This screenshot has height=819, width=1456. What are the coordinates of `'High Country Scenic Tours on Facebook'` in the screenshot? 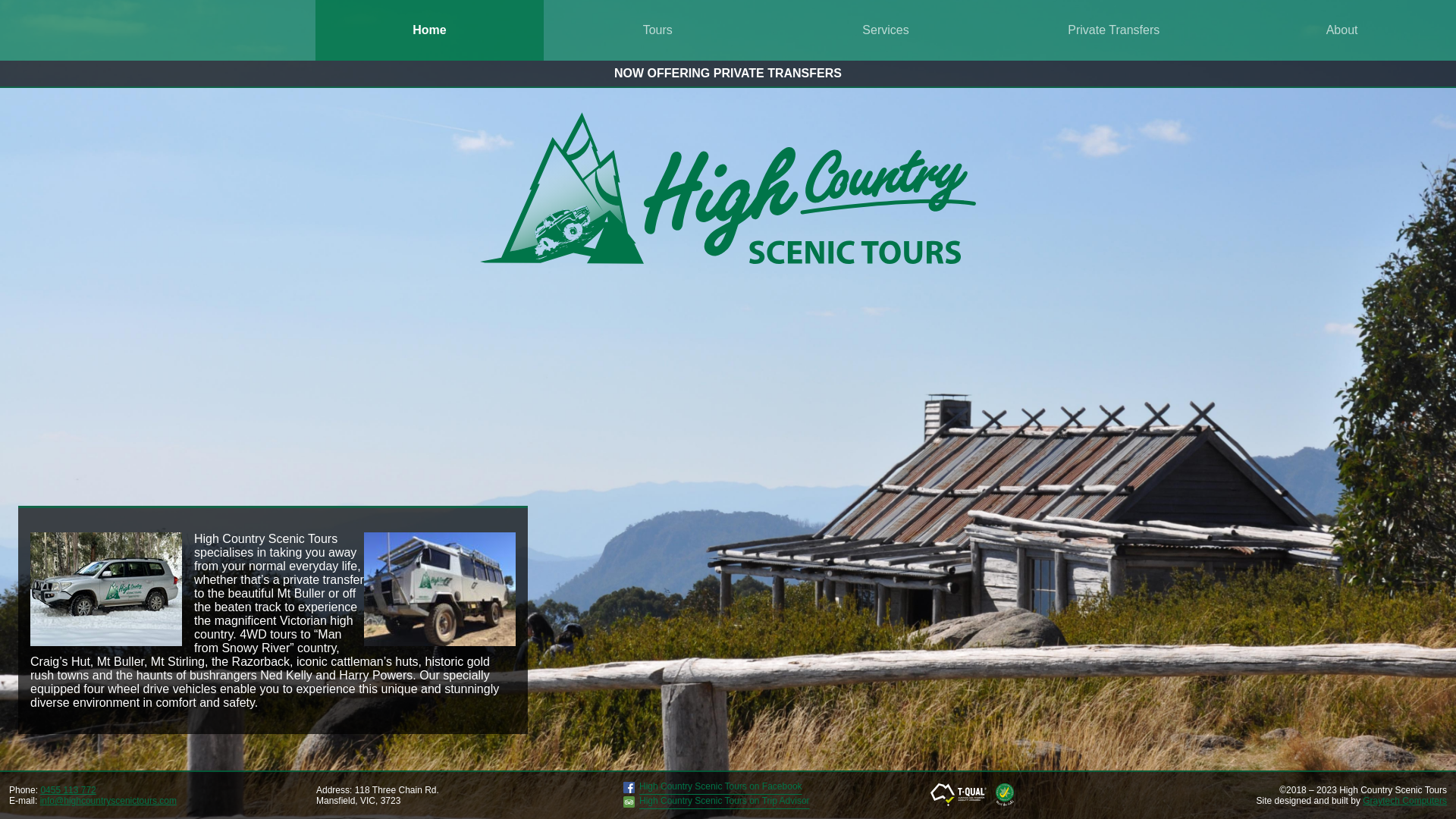 It's located at (712, 789).